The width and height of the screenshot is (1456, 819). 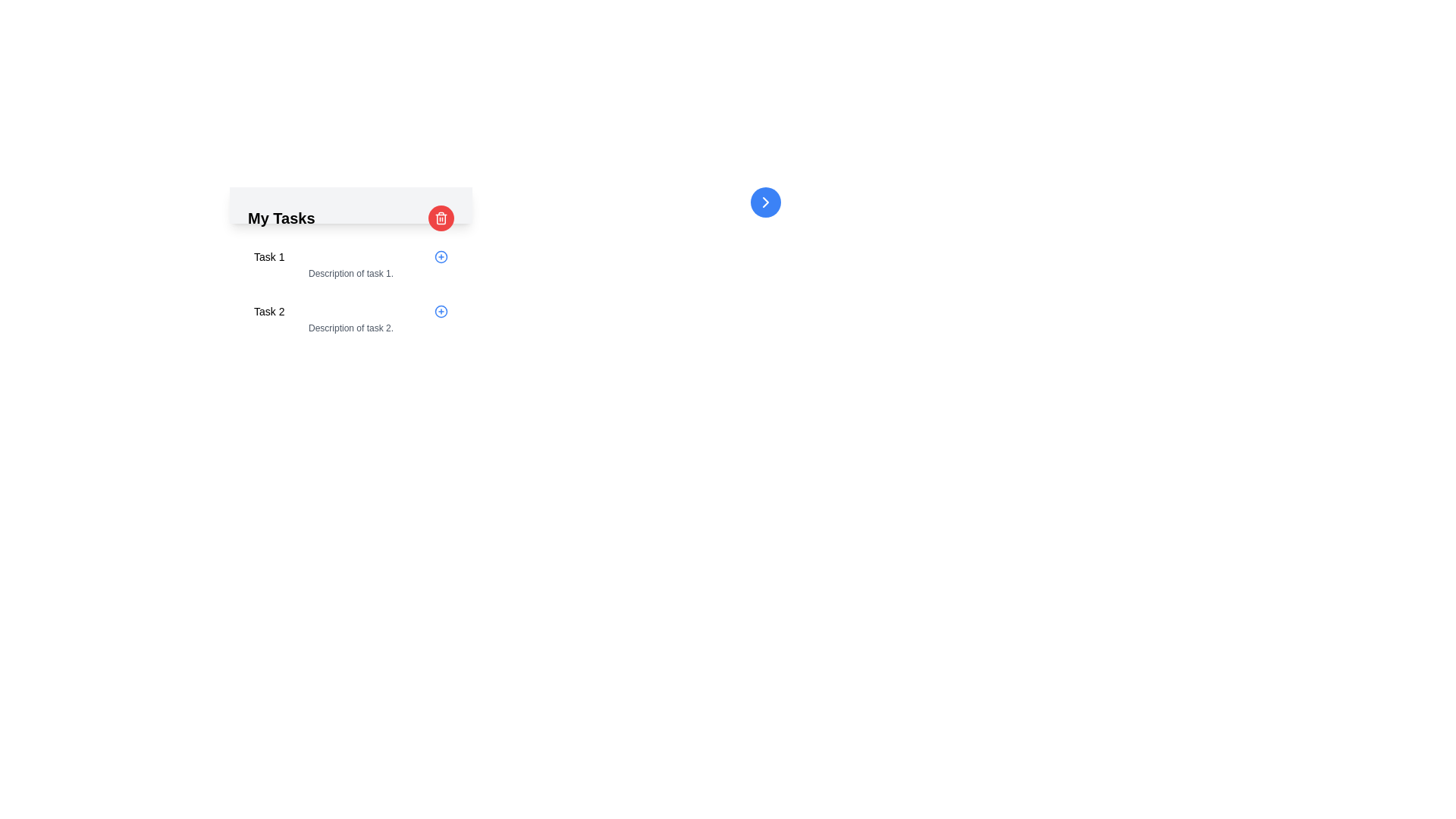 I want to click on the rightward pointing chevron icon within the task listing interface, so click(x=765, y=201).